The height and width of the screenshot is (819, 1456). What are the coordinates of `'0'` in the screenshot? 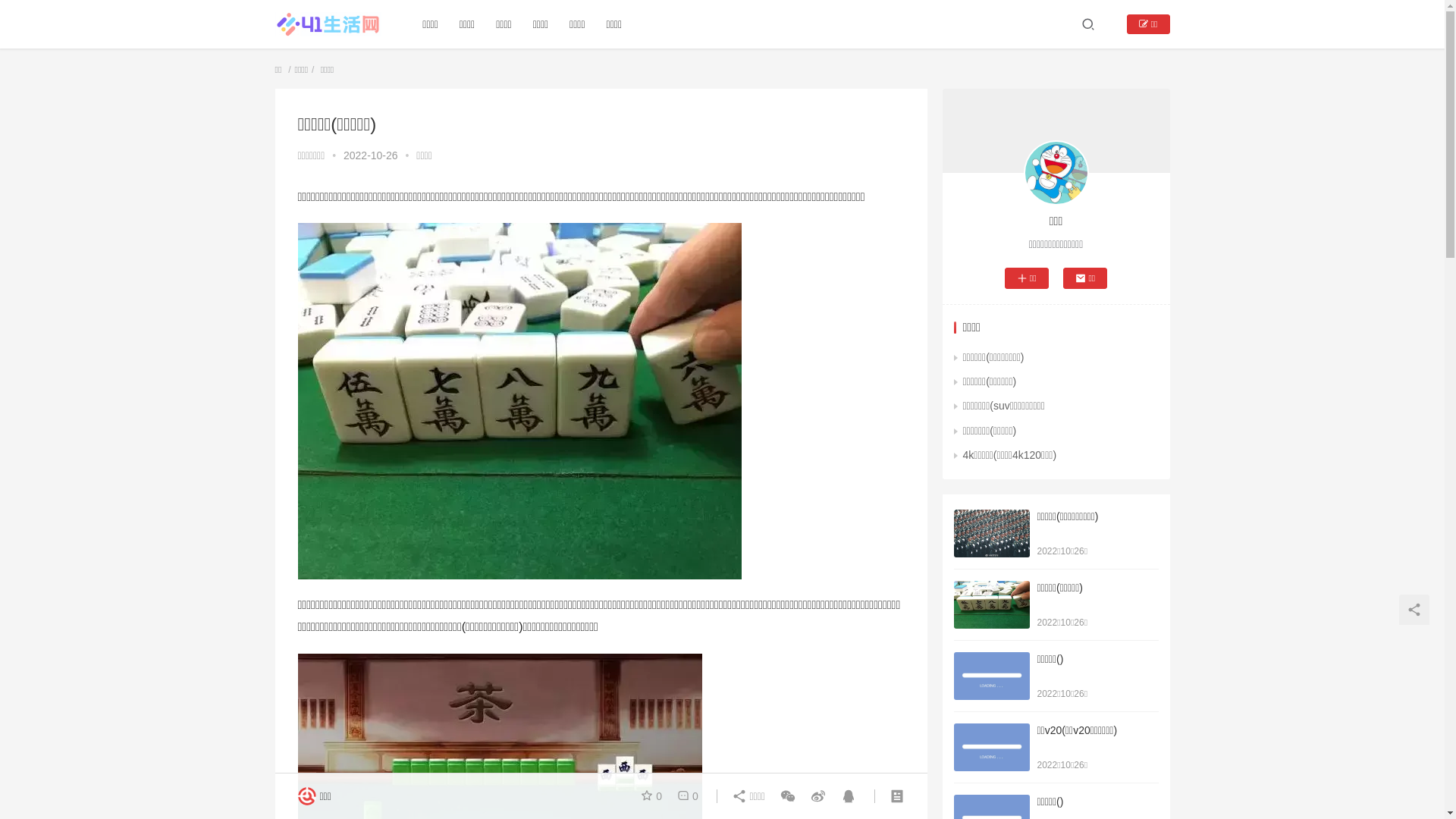 It's located at (654, 795).